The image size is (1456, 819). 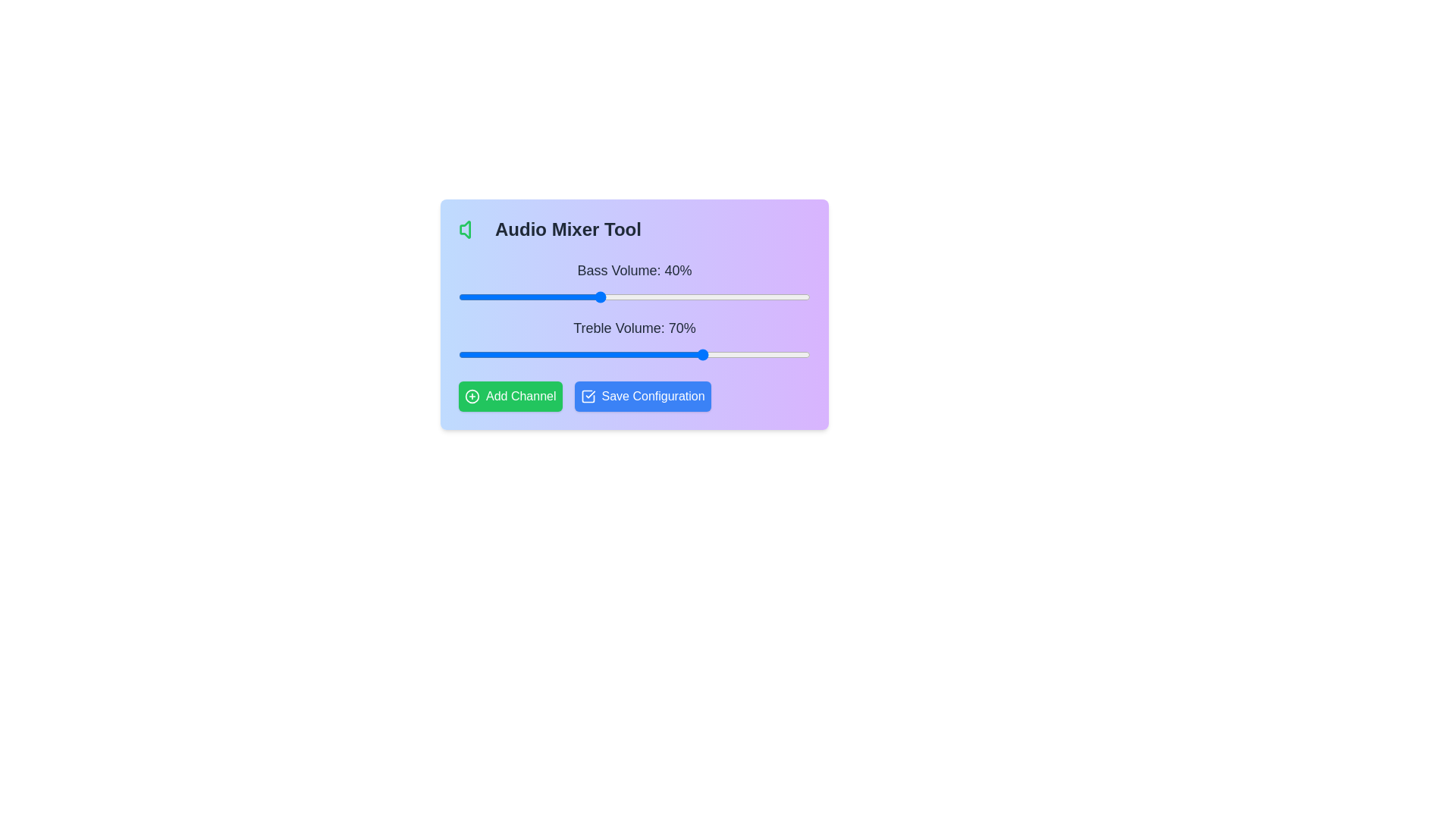 What do you see at coordinates (634, 354) in the screenshot?
I see `and drag the treble volume slider located beneath the text 'Treble Volume: 70%' to adjust the value` at bounding box center [634, 354].